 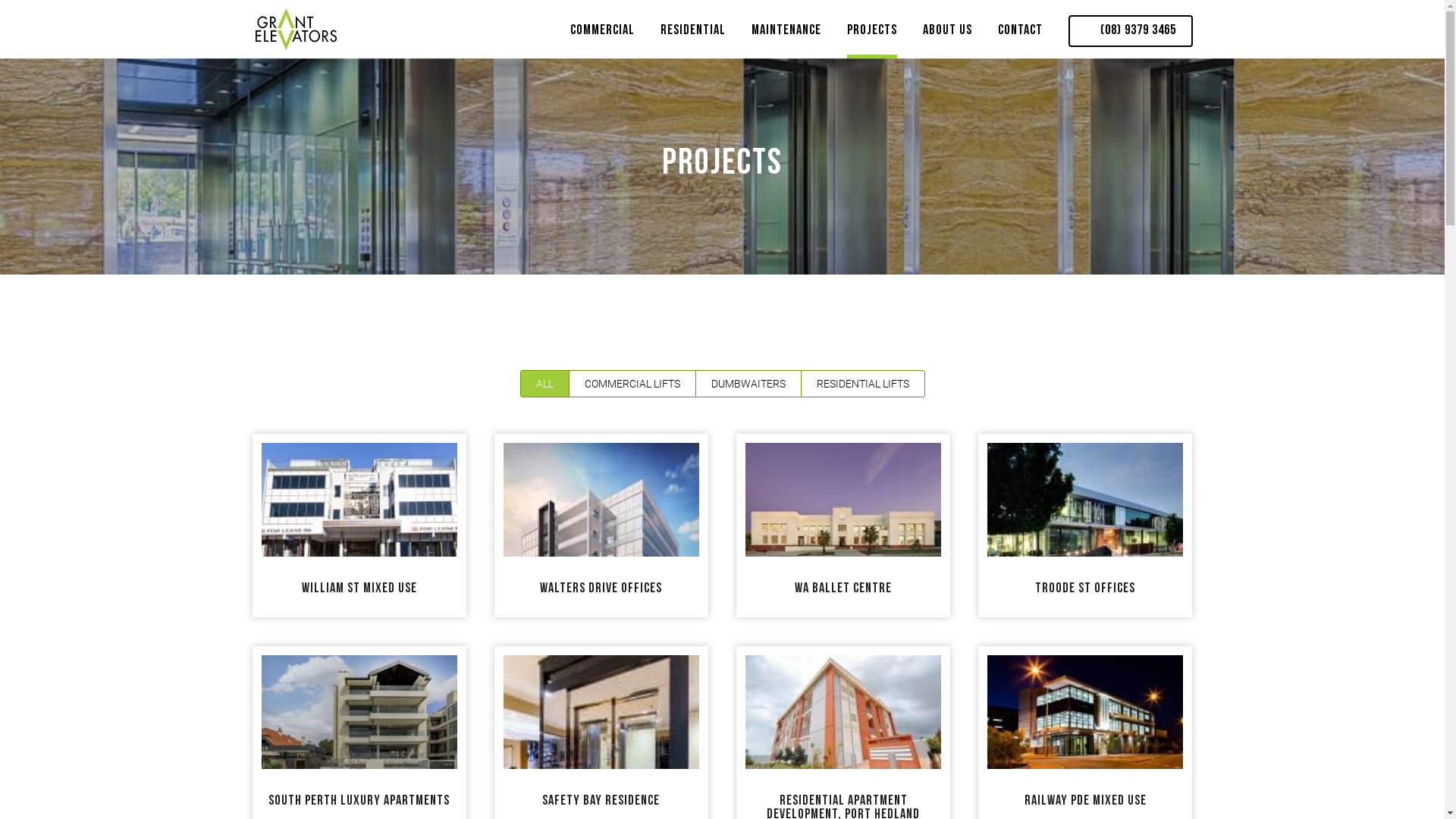 I want to click on 'MAINTENANCE', so click(x=786, y=34).